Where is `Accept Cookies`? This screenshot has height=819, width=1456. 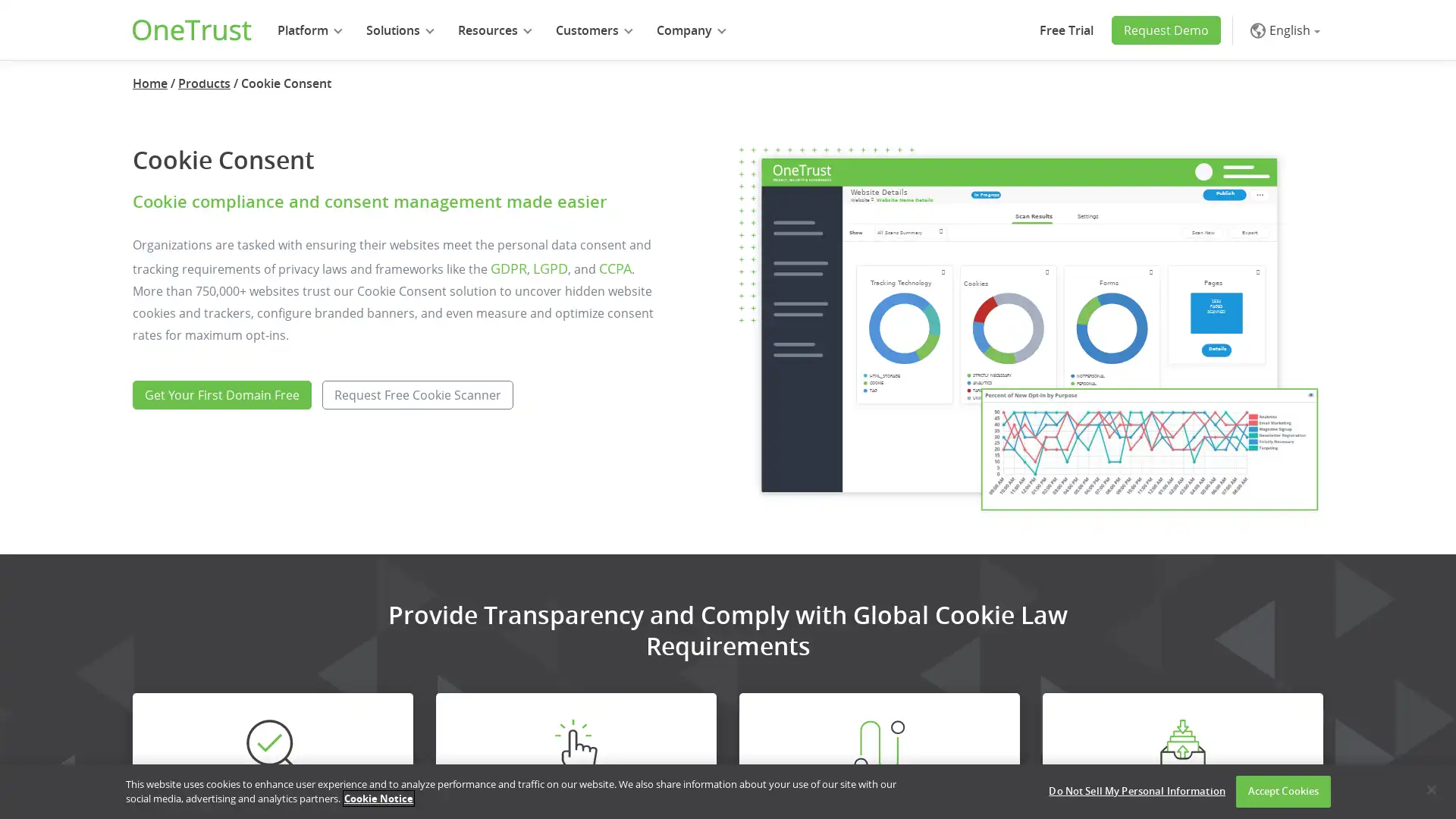
Accept Cookies is located at coordinates (1282, 791).